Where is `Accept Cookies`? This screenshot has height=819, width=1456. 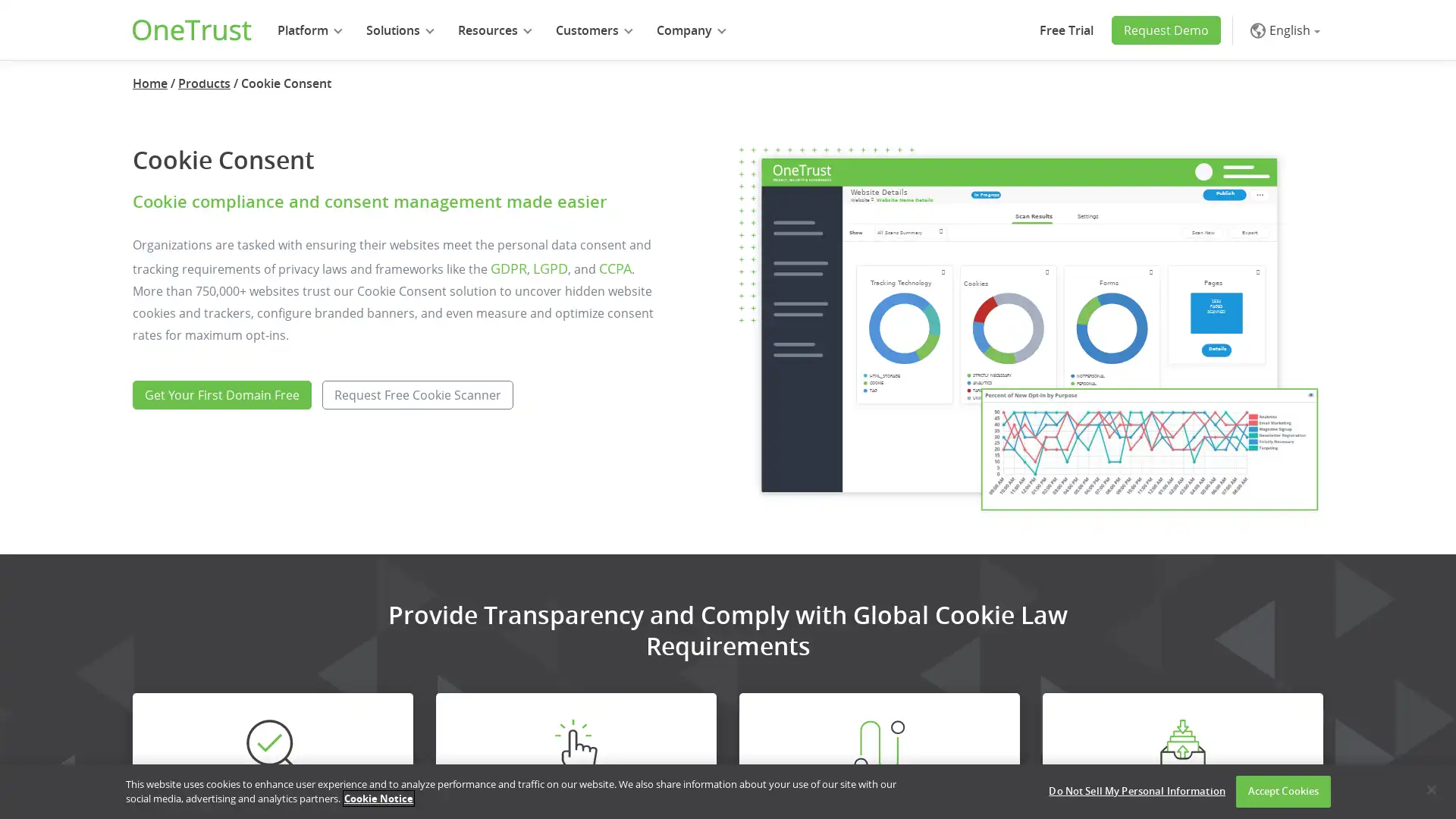
Accept Cookies is located at coordinates (1282, 791).